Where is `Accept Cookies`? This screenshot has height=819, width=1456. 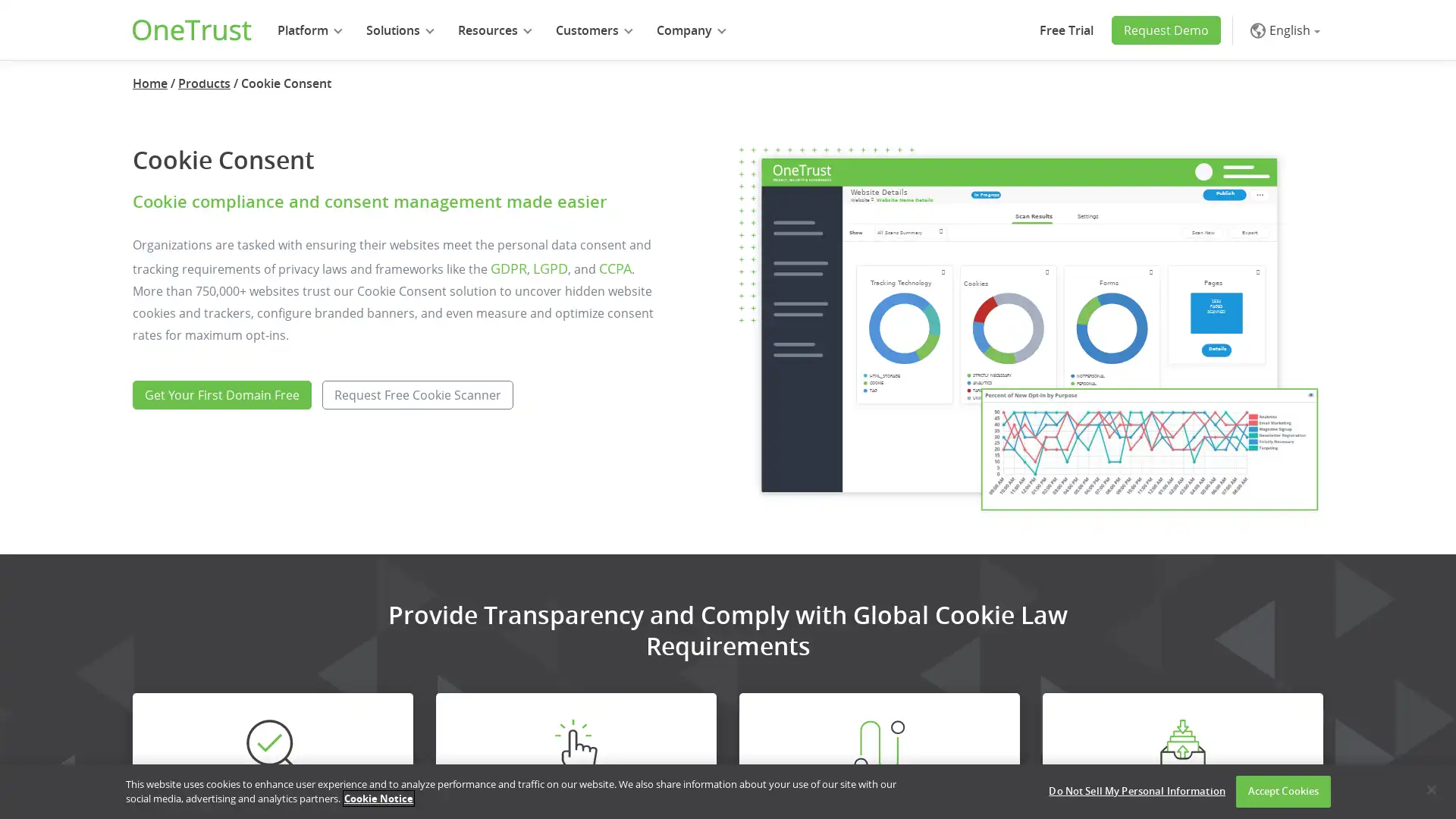
Accept Cookies is located at coordinates (1282, 791).